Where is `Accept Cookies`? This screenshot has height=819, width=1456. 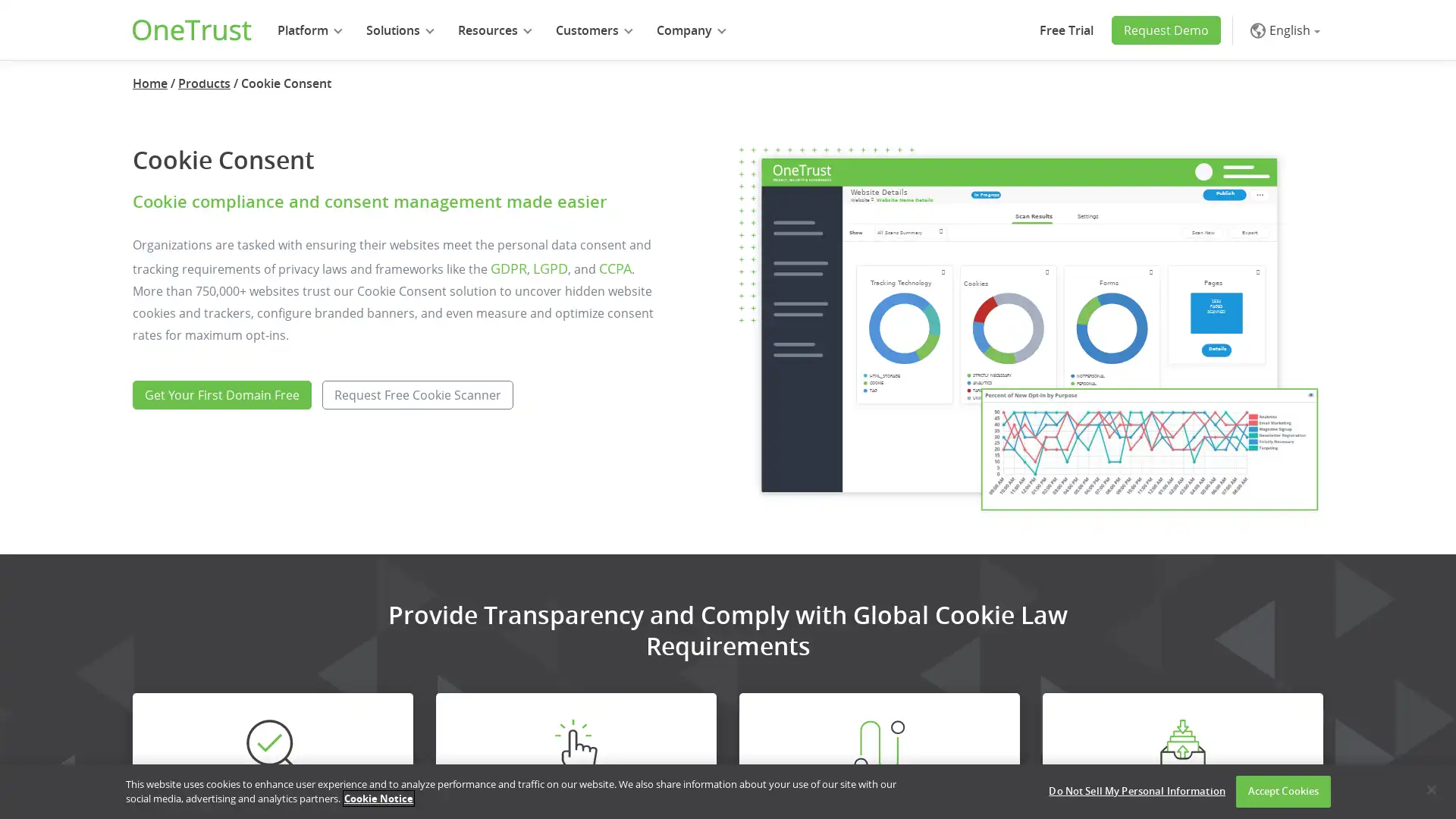
Accept Cookies is located at coordinates (1282, 791).